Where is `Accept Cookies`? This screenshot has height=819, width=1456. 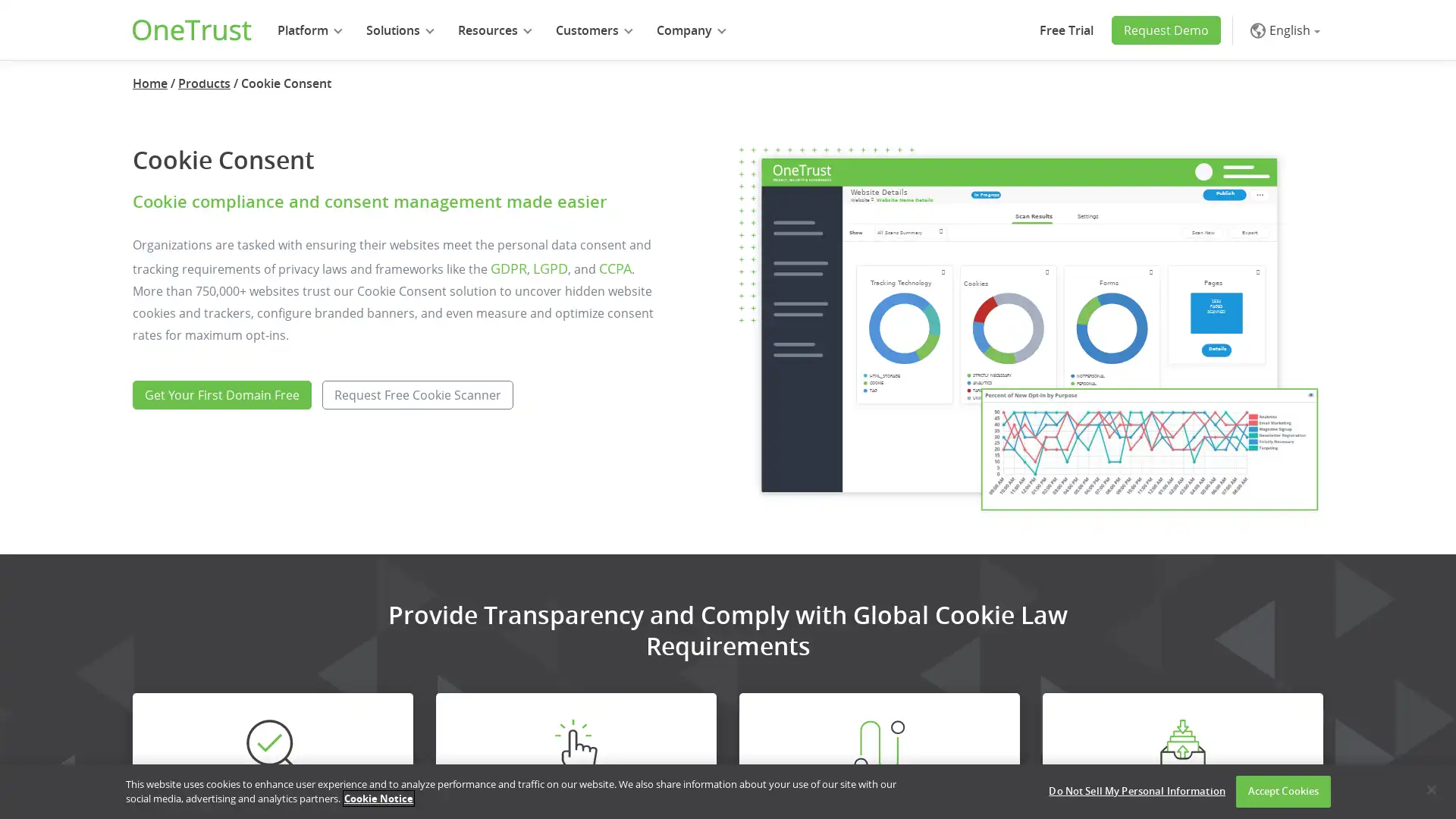
Accept Cookies is located at coordinates (1282, 791).